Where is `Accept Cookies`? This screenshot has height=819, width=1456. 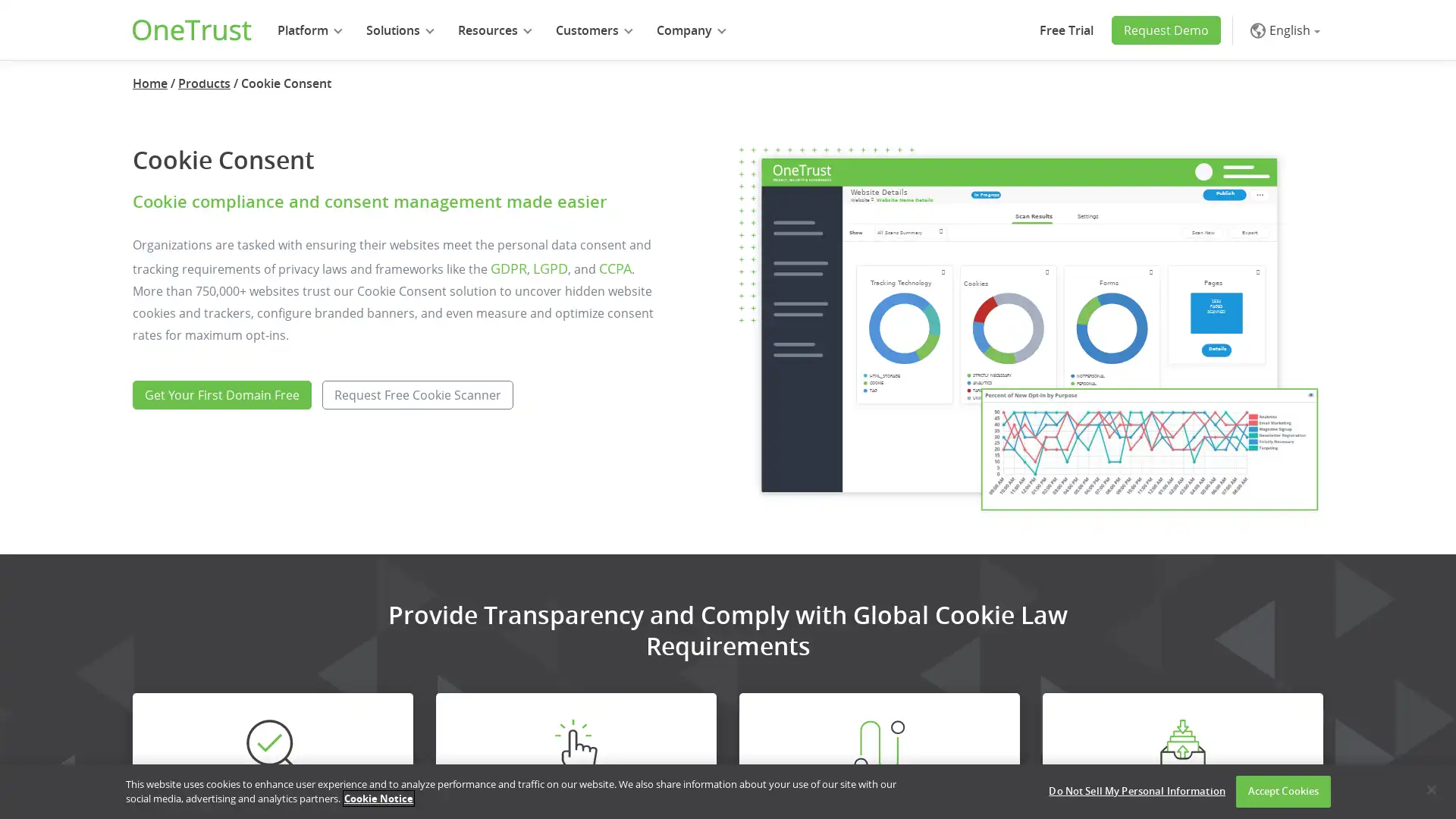
Accept Cookies is located at coordinates (1282, 791).